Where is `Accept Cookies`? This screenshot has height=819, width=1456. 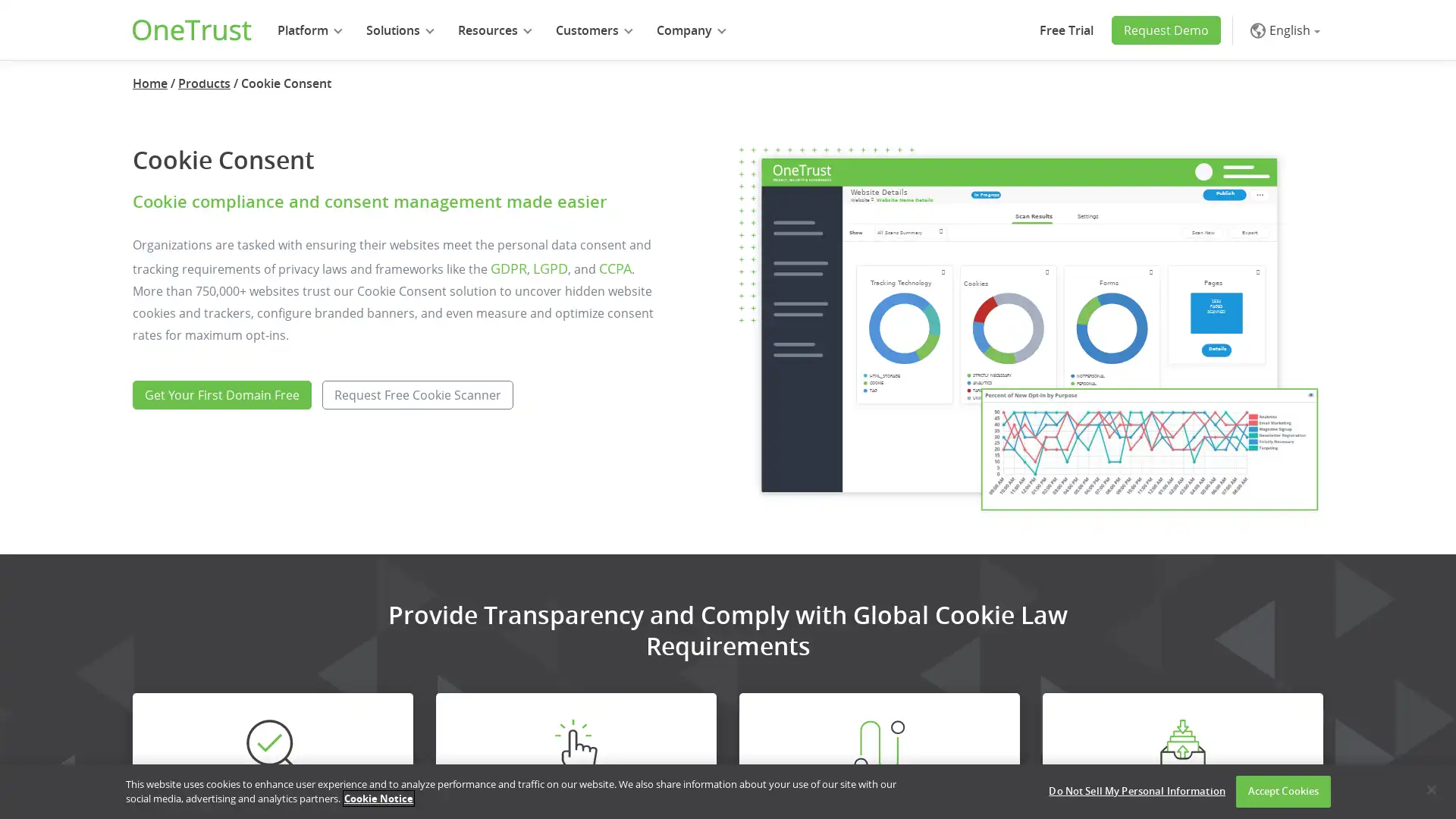
Accept Cookies is located at coordinates (1282, 791).